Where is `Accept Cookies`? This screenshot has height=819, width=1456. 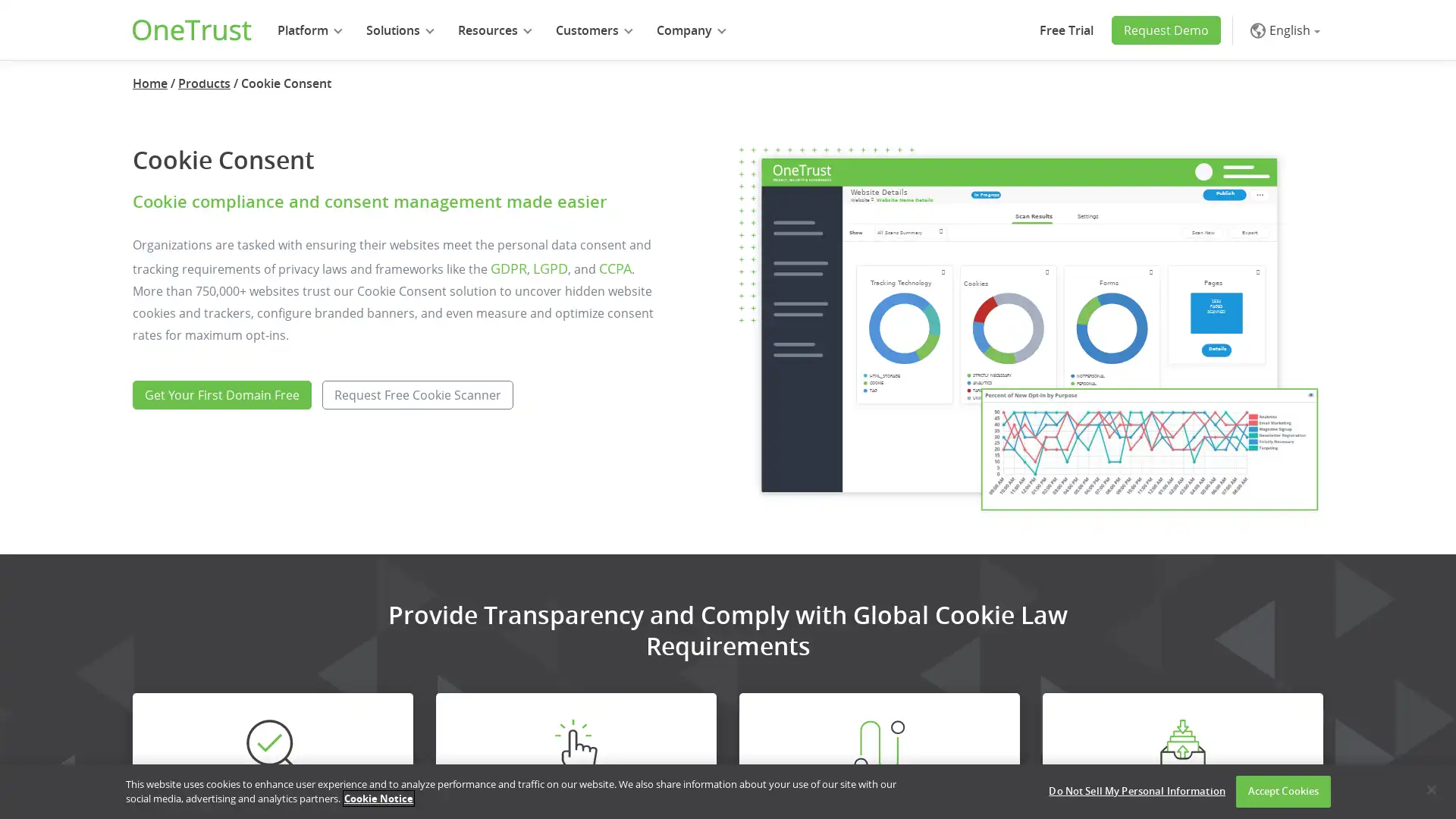
Accept Cookies is located at coordinates (1282, 791).